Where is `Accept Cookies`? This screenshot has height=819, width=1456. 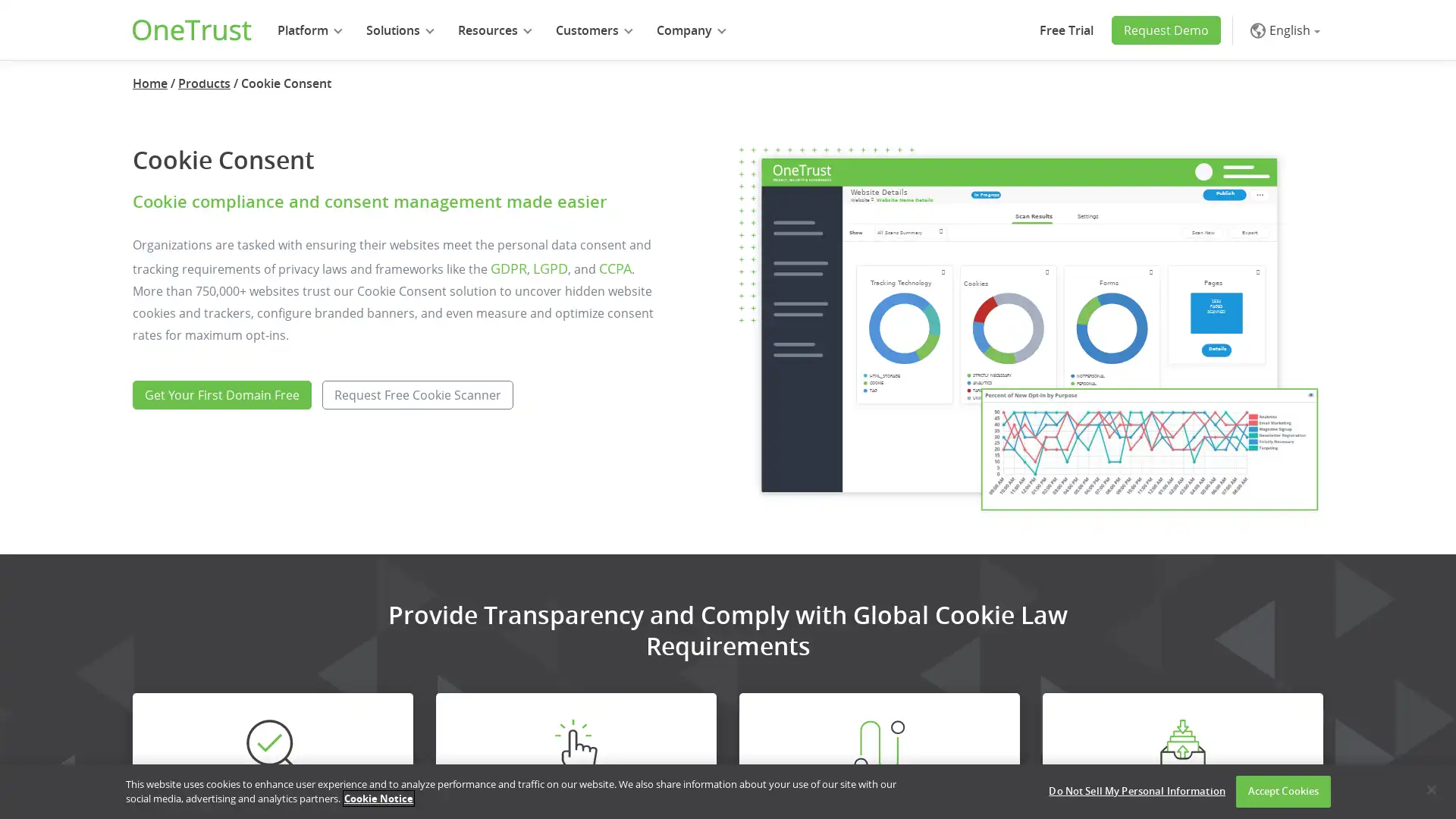
Accept Cookies is located at coordinates (1282, 791).